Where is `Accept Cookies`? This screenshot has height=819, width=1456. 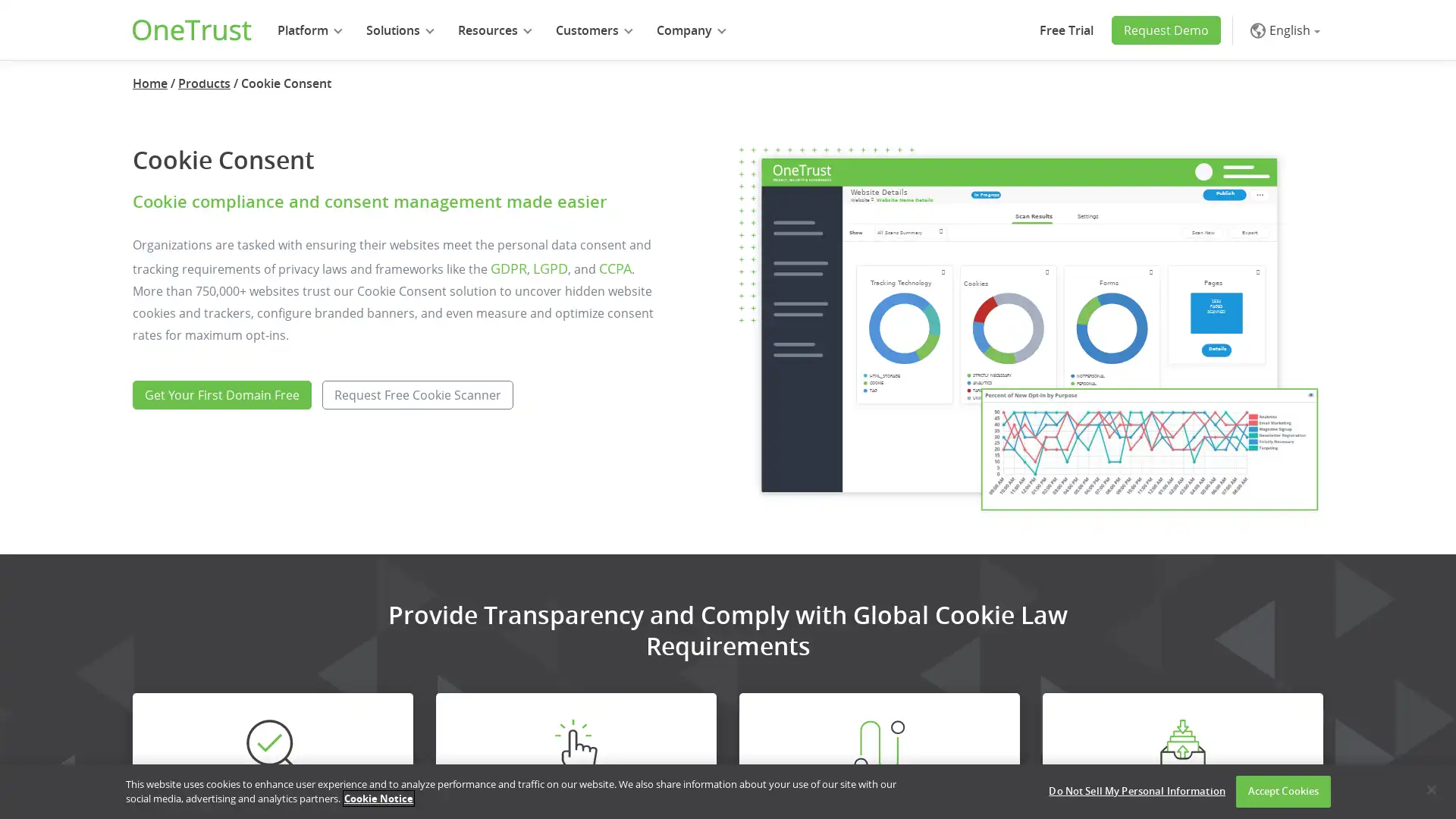
Accept Cookies is located at coordinates (1282, 791).